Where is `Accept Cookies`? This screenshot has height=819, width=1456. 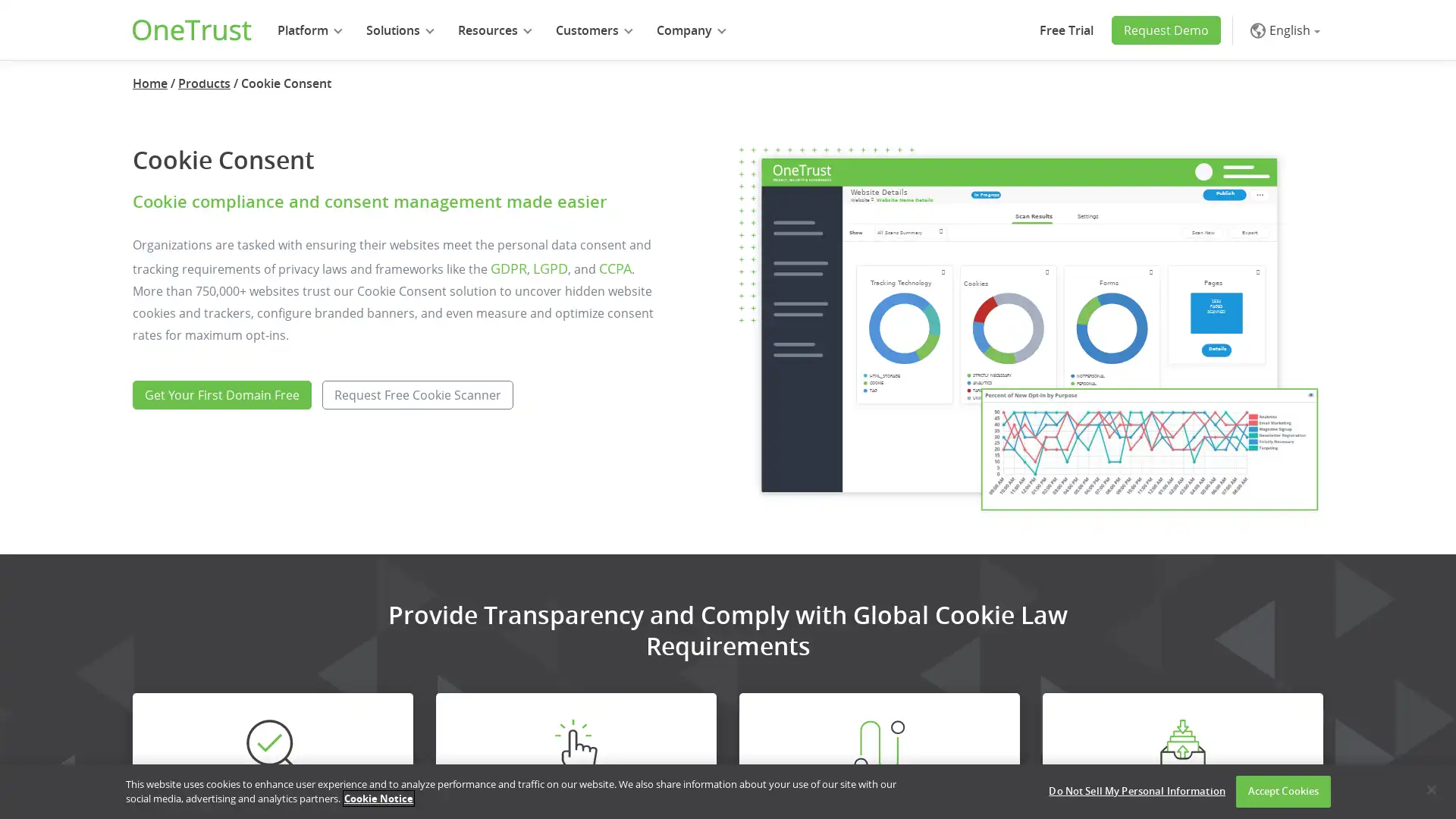
Accept Cookies is located at coordinates (1282, 791).